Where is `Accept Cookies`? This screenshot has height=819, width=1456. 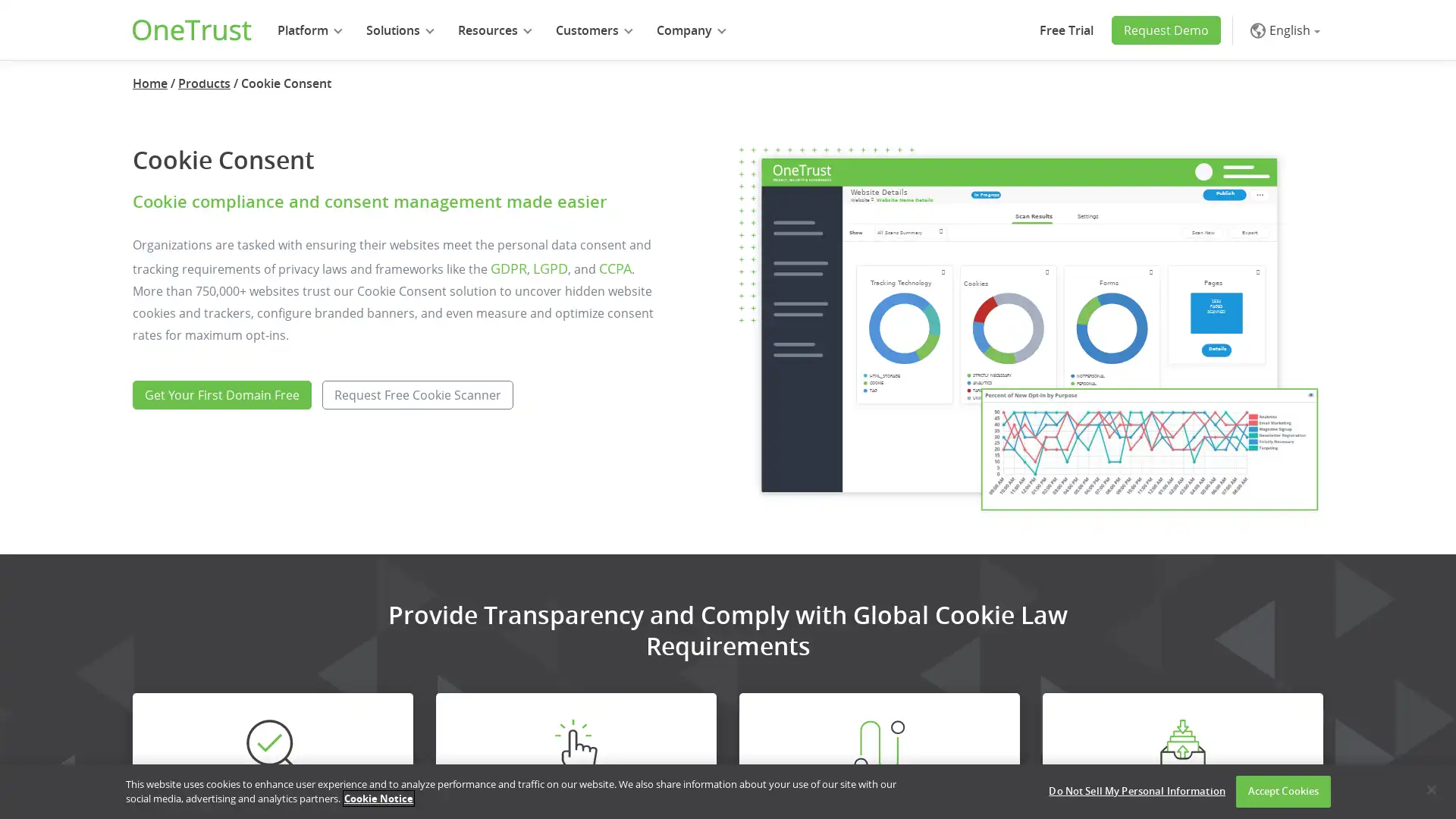
Accept Cookies is located at coordinates (1282, 791).